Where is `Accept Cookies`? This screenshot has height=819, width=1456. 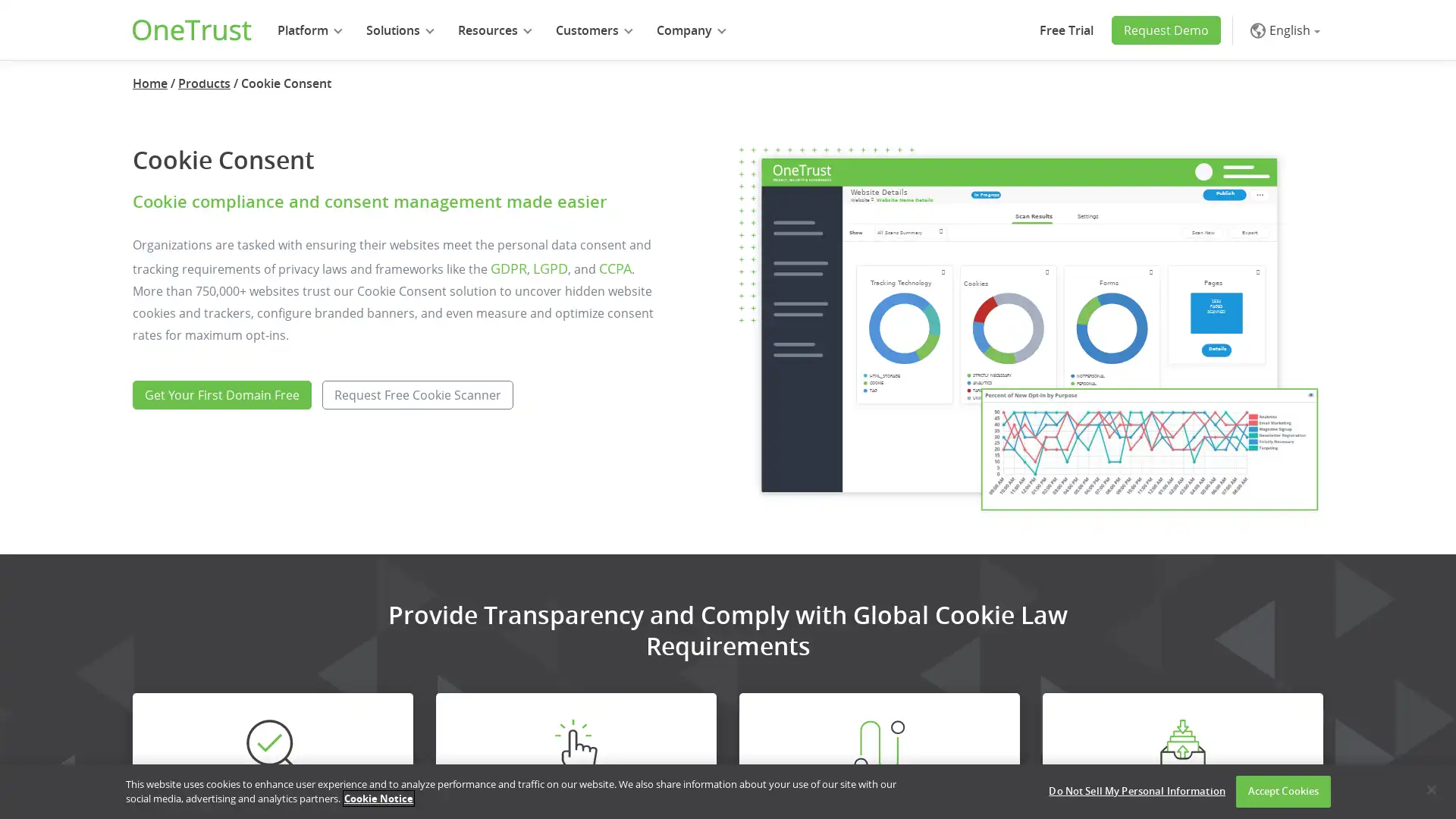
Accept Cookies is located at coordinates (1282, 791).